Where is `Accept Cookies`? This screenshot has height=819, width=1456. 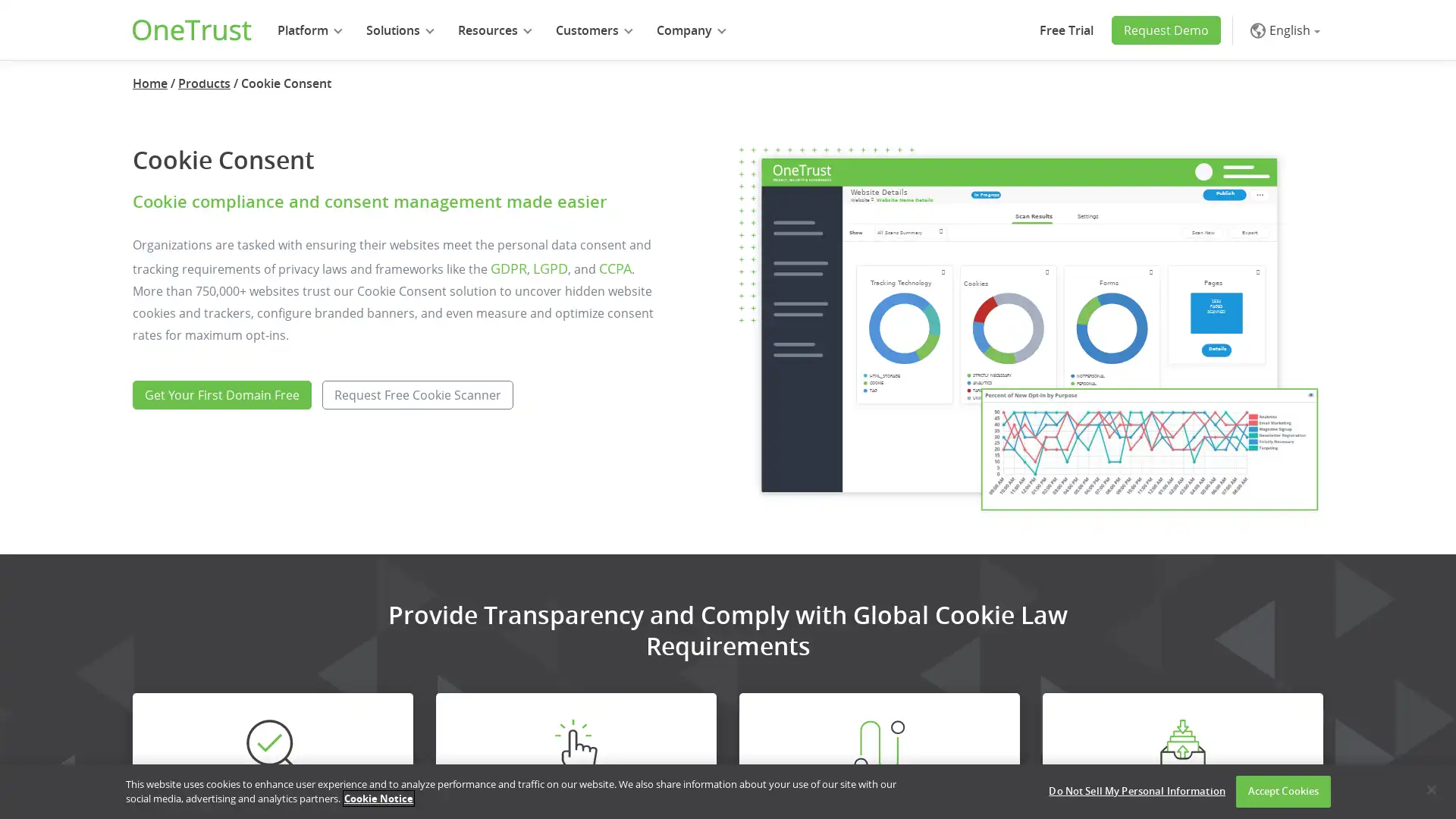
Accept Cookies is located at coordinates (1282, 791).